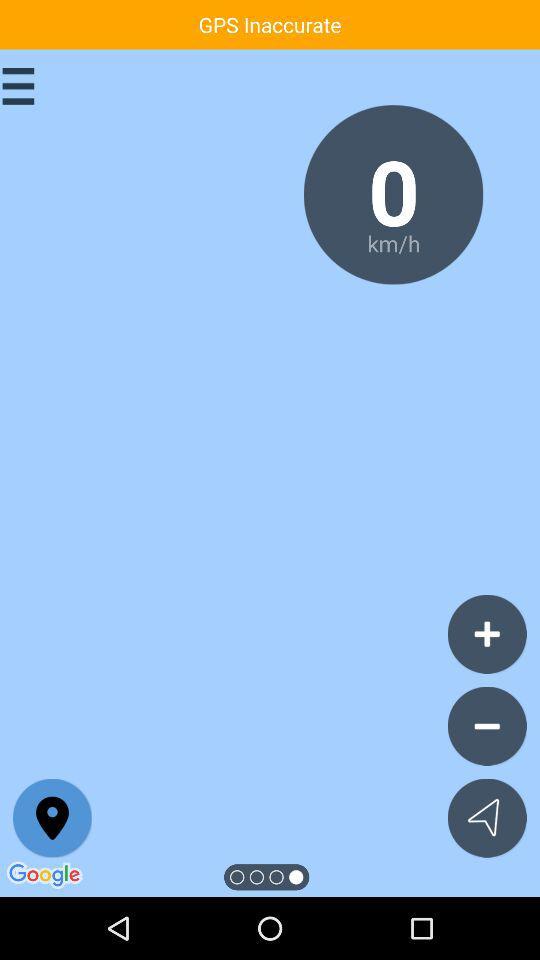  Describe the element at coordinates (486, 818) in the screenshot. I see `the navigation icon` at that location.